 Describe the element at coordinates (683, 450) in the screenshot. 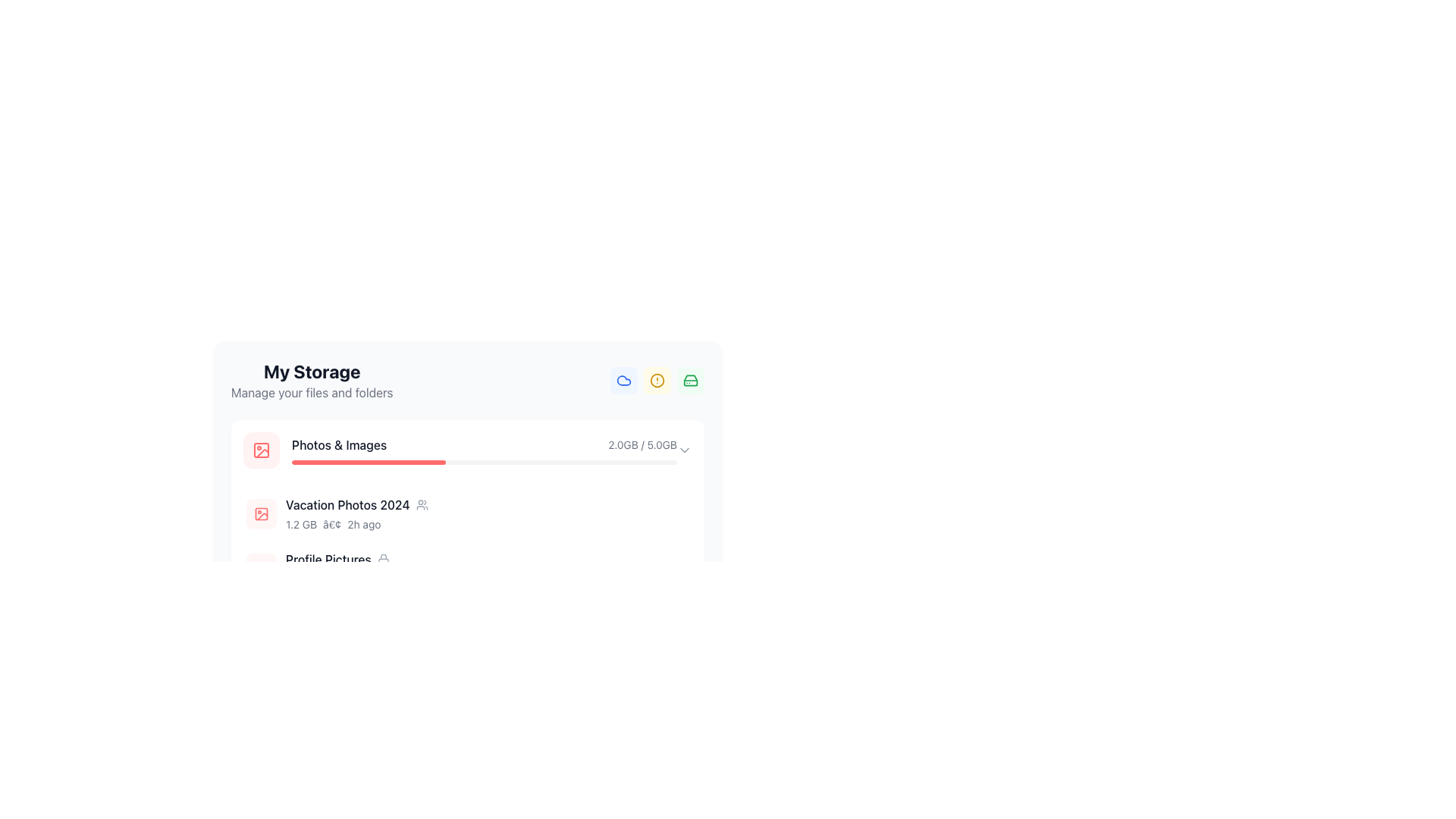

I see `the Chevron Right icon at the far right of the 'Photos & Images' row` at that location.